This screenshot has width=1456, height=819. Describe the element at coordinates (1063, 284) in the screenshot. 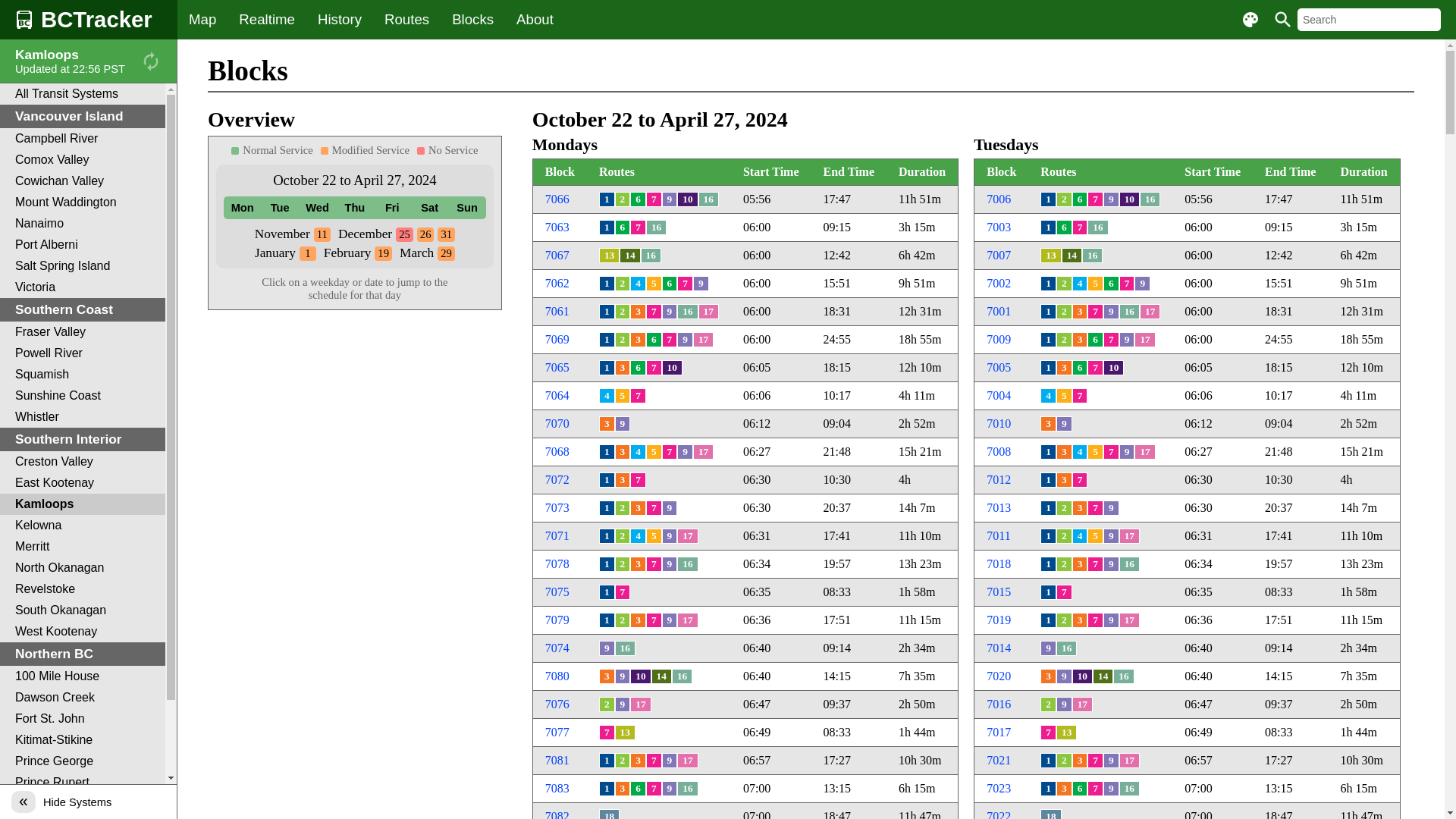

I see `'2'` at that location.